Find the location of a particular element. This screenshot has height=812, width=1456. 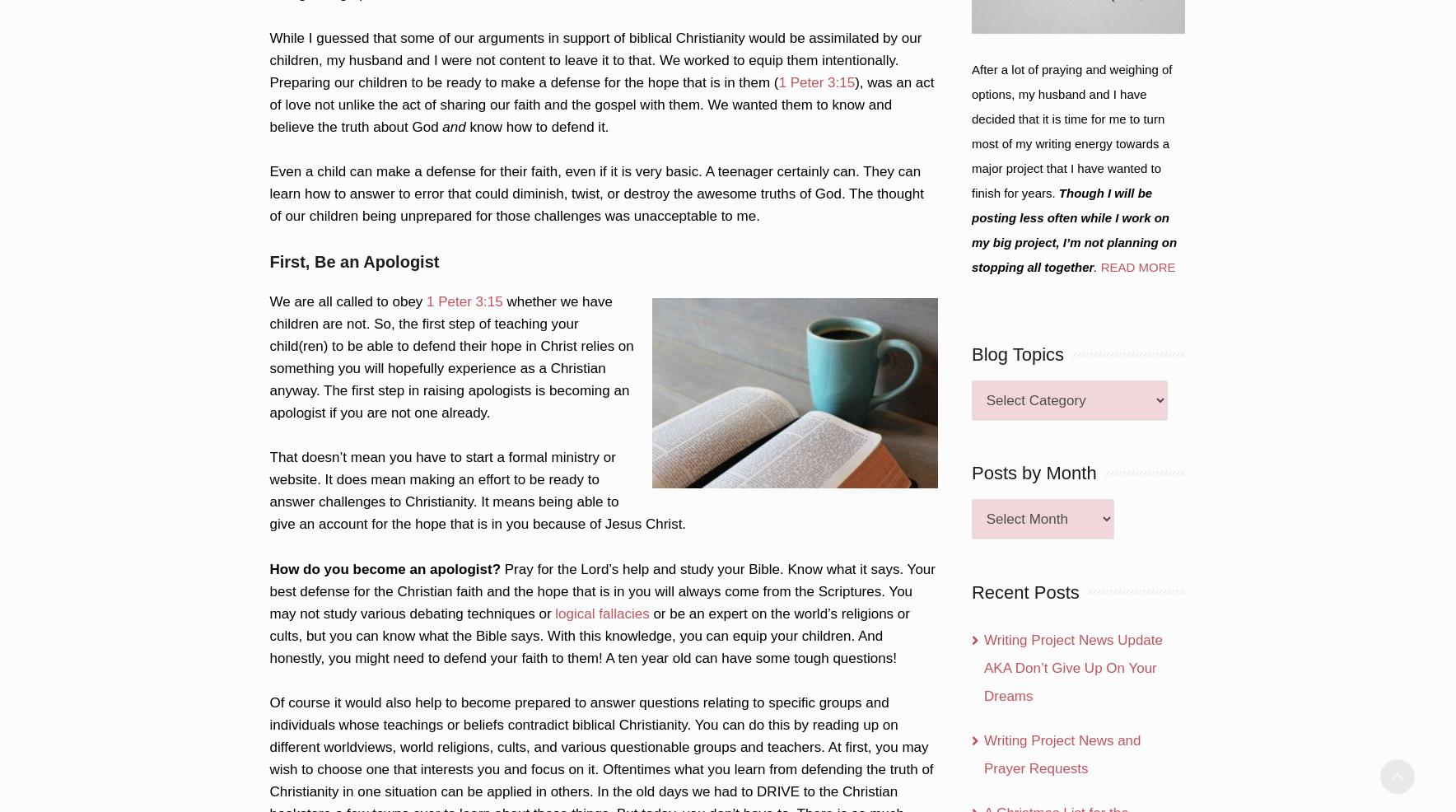

'We are all called to obey' is located at coordinates (348, 301).